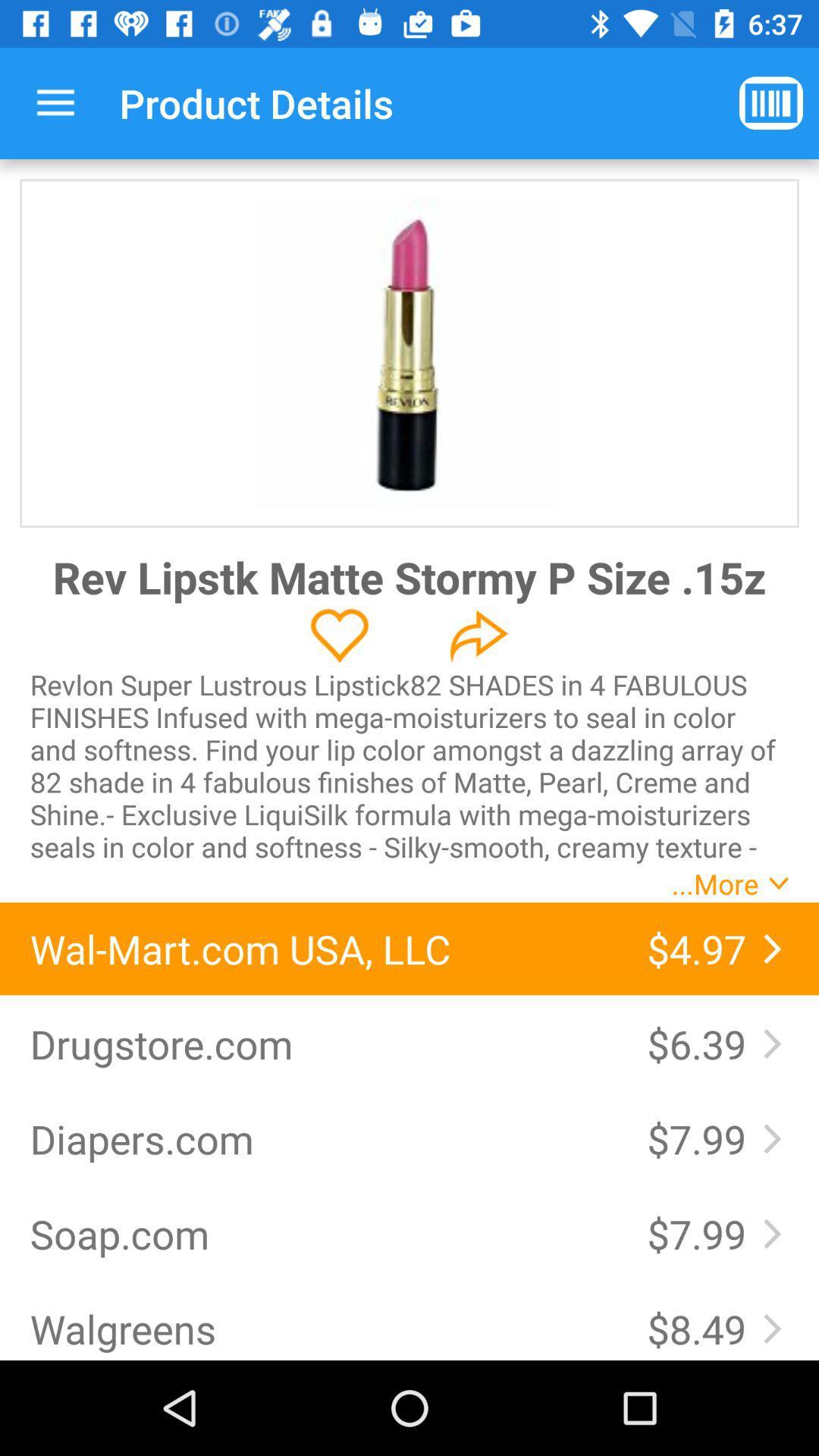 The image size is (819, 1456). Describe the element at coordinates (322, 1043) in the screenshot. I see `the item above the diapers.com icon` at that location.